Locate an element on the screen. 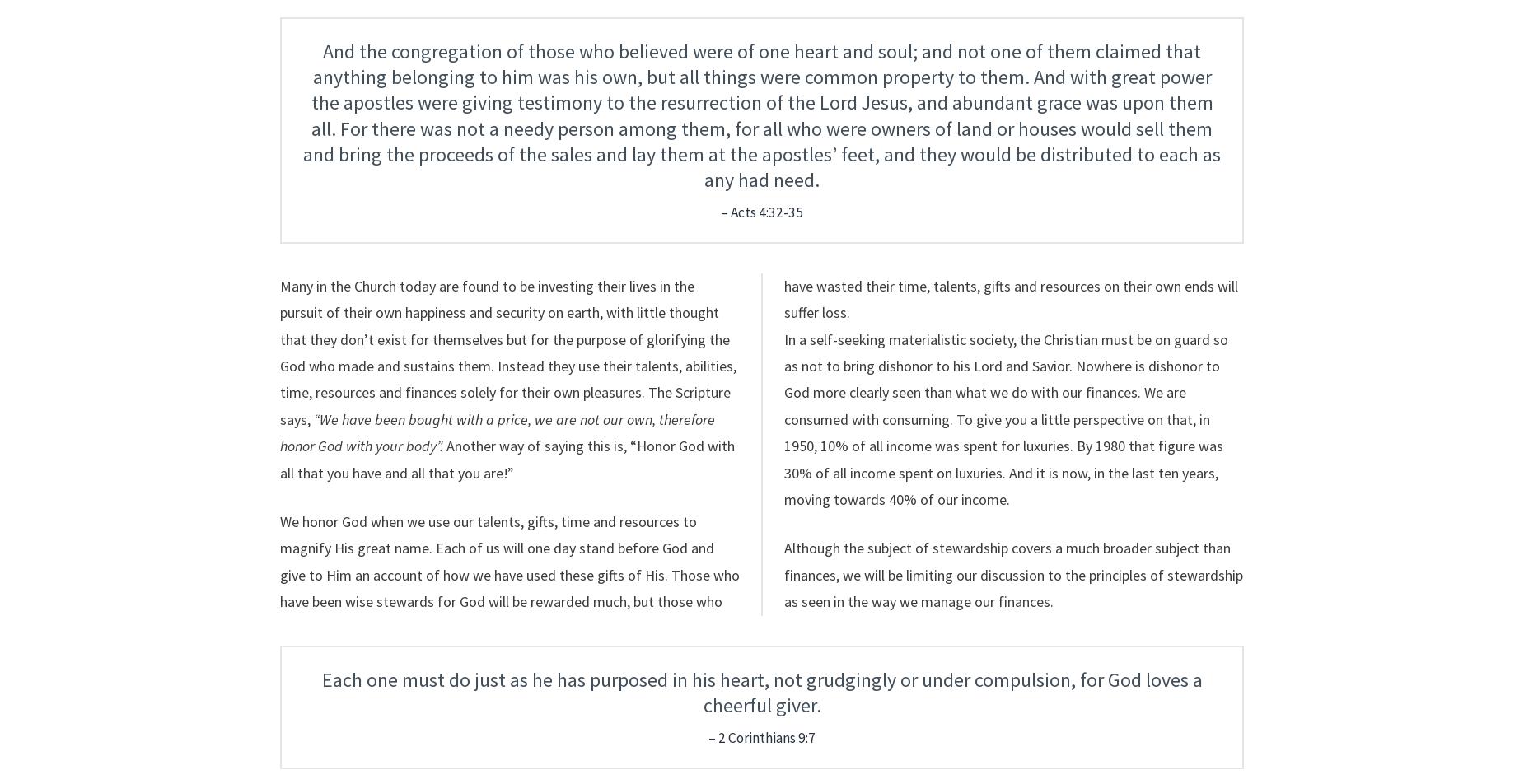 The height and width of the screenshot is (784, 1524). 'Another way of saying this is, “Honor God with all that you have and all that you are!”' is located at coordinates (507, 459).